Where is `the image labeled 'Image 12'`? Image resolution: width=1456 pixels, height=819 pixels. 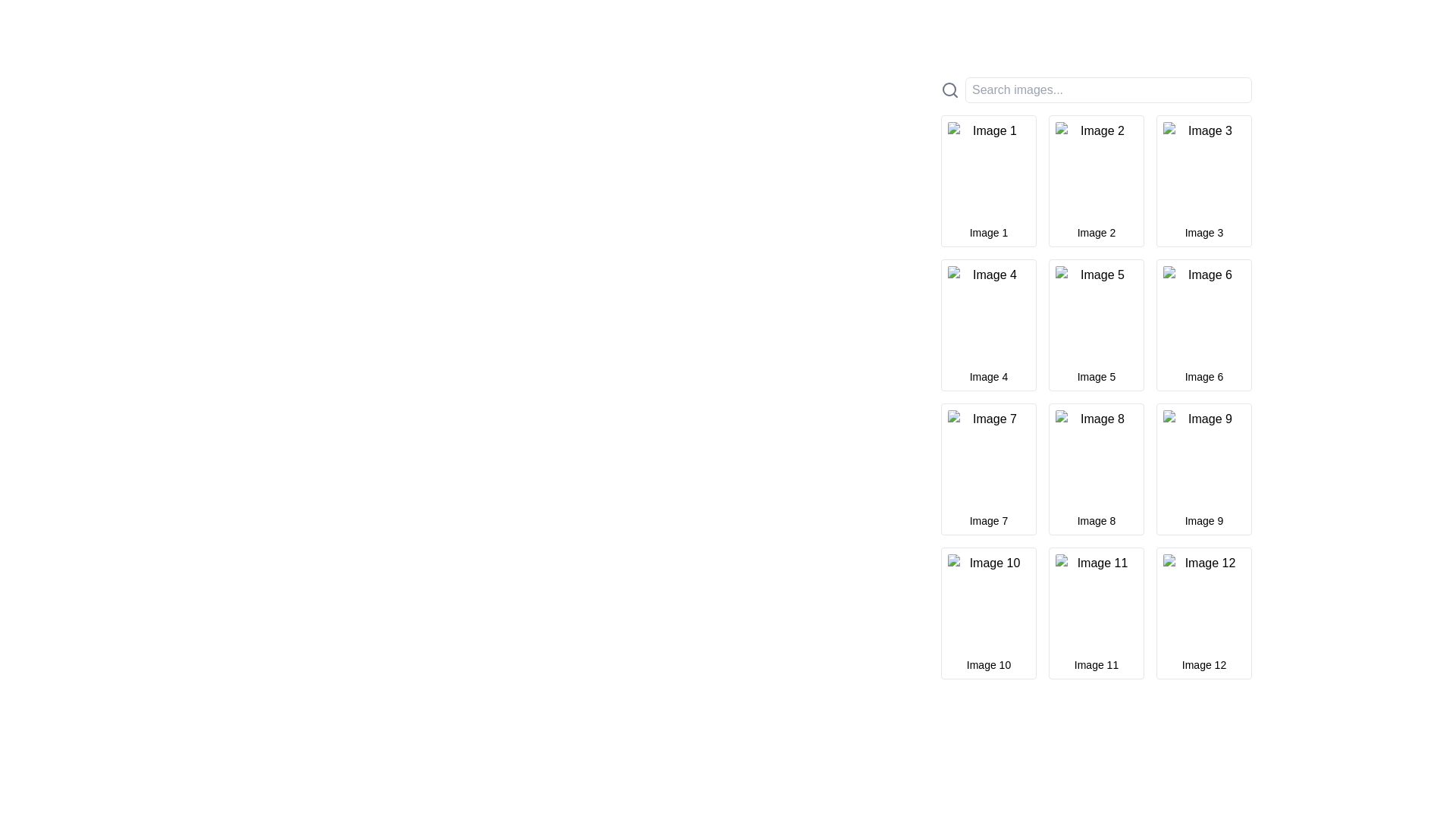
the image labeled 'Image 12' is located at coordinates (1203, 601).